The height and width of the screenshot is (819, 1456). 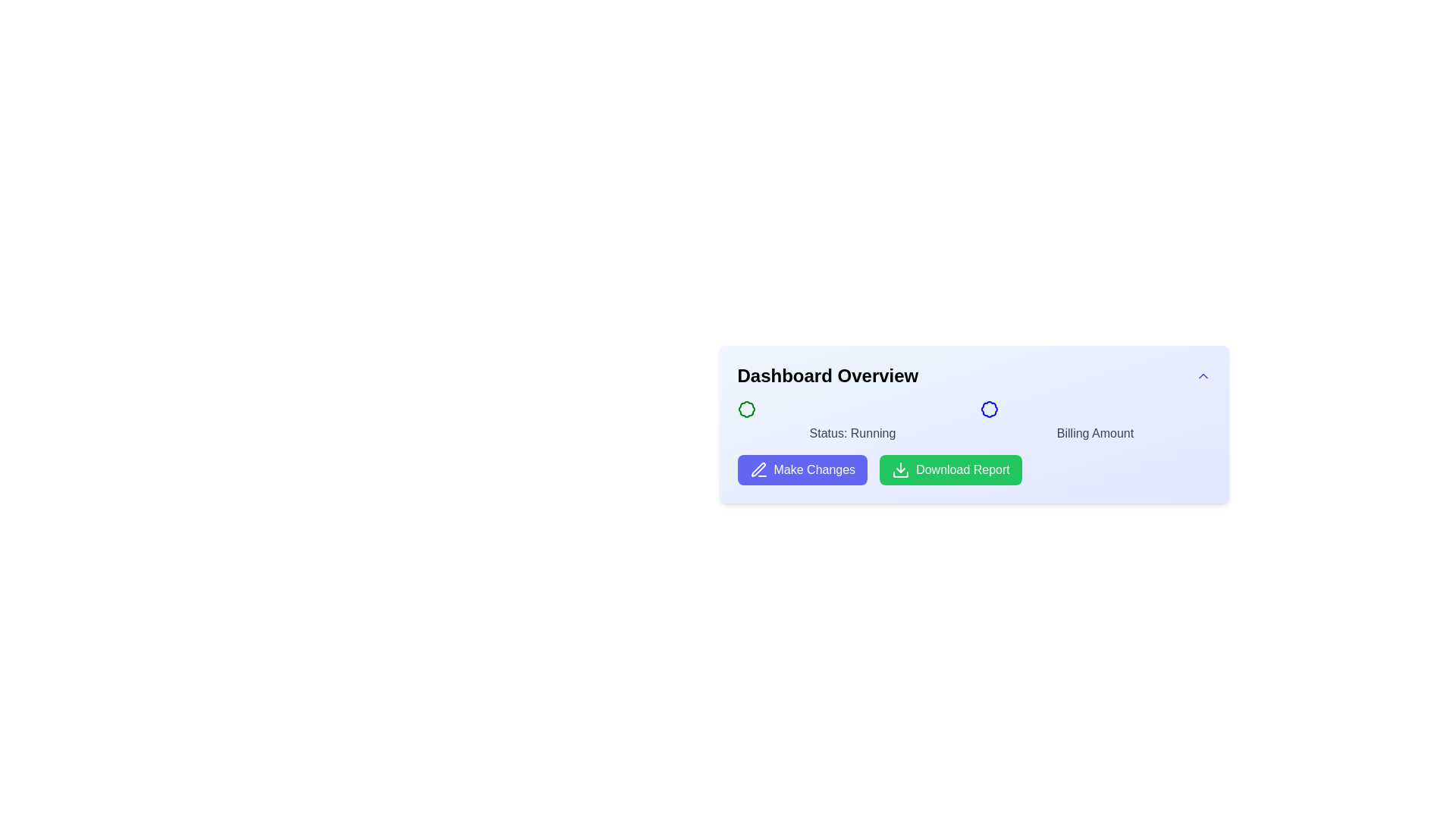 I want to click on the upward-pointing chevron icon styled in indigo color located at the upper right corner of the 'Dashboard Overview' section, so click(x=1202, y=375).